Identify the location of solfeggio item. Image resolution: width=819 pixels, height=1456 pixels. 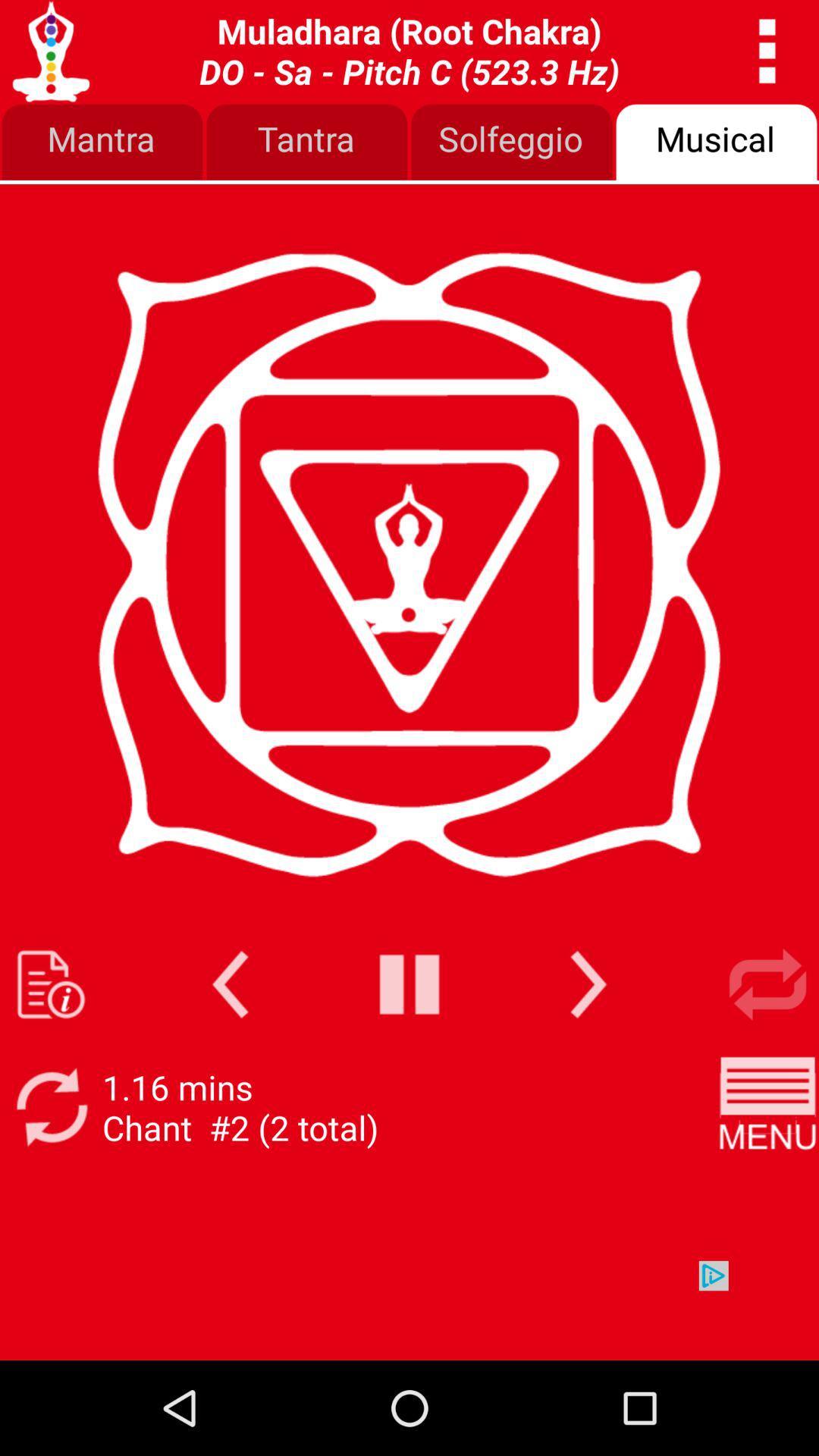
(512, 143).